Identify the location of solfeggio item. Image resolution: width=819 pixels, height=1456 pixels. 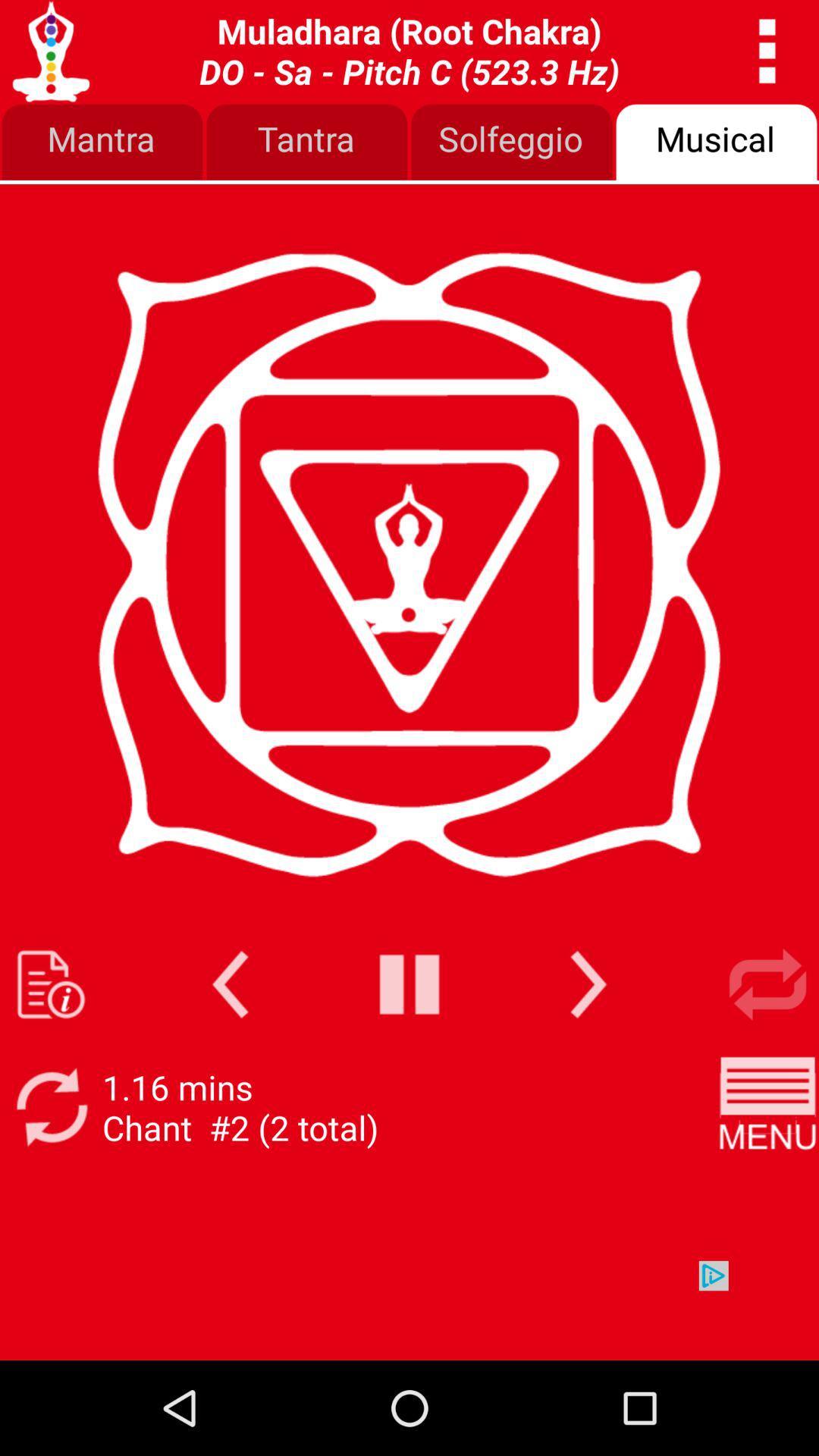
(512, 143).